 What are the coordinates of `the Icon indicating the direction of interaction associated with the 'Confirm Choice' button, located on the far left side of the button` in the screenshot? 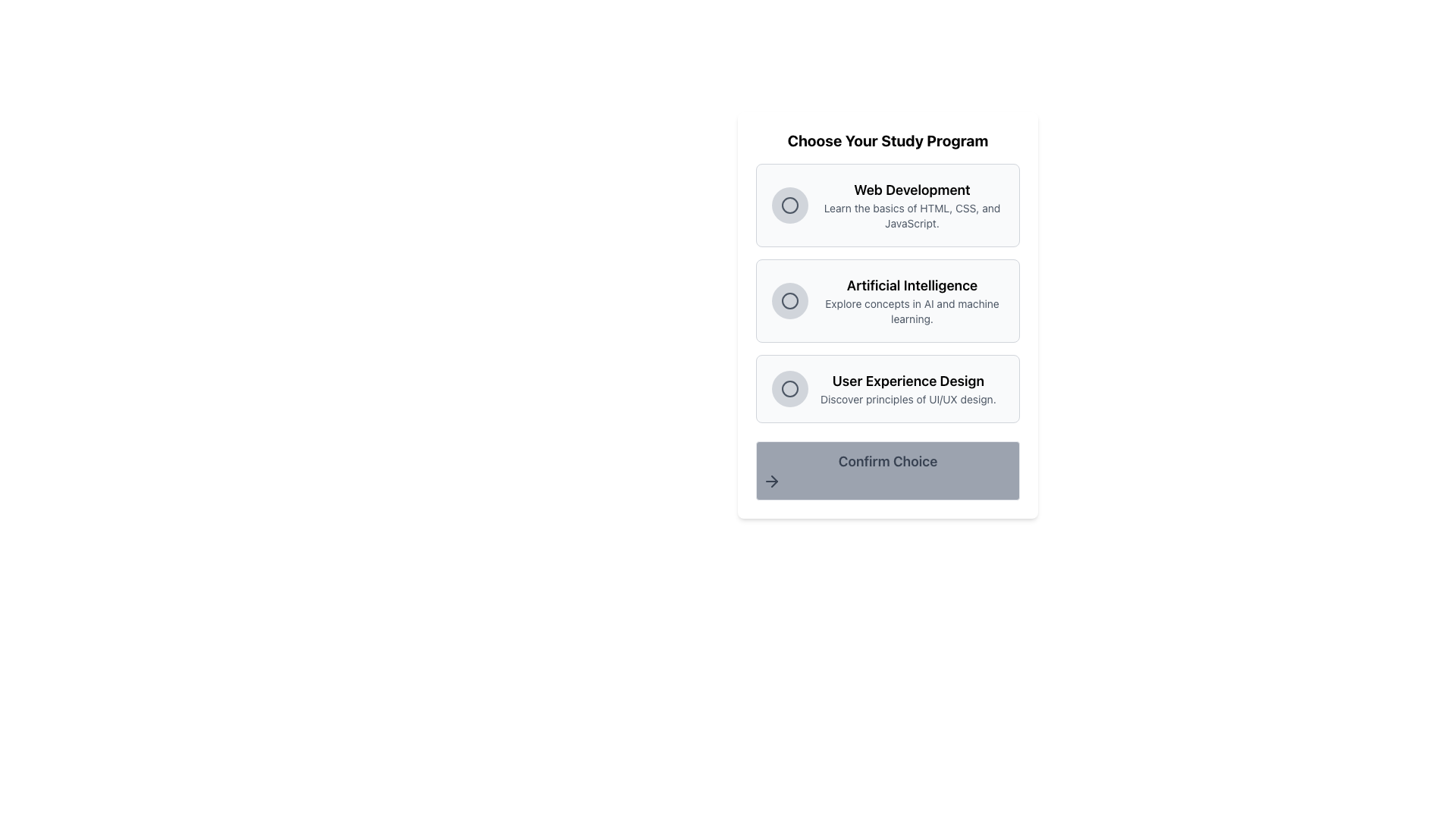 It's located at (771, 482).